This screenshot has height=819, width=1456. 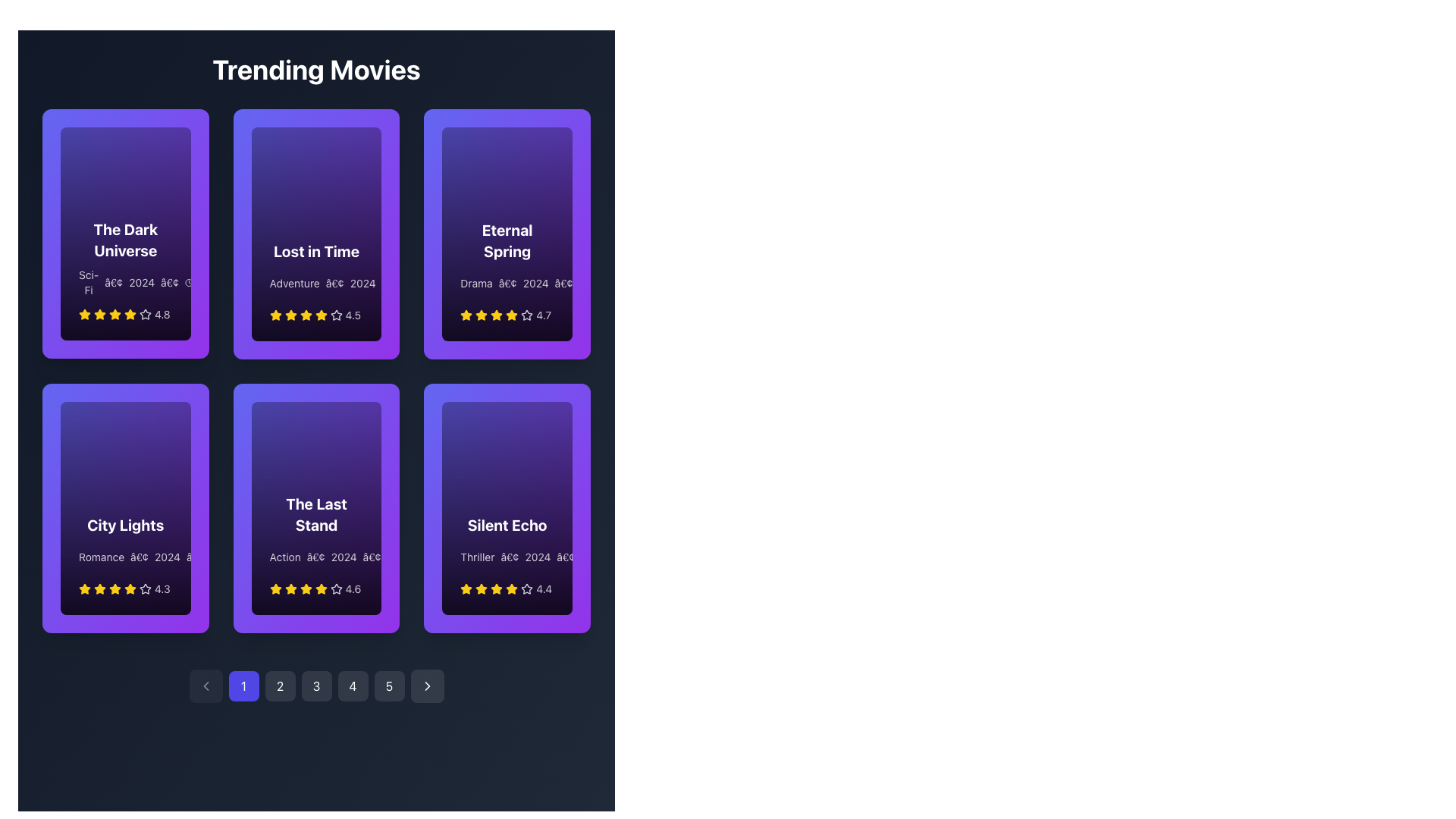 What do you see at coordinates (335, 314) in the screenshot?
I see `the fifth star icon in the rating system of the movie 'Lost in Time' to interact with the empty (unfilled) state of the star` at bounding box center [335, 314].